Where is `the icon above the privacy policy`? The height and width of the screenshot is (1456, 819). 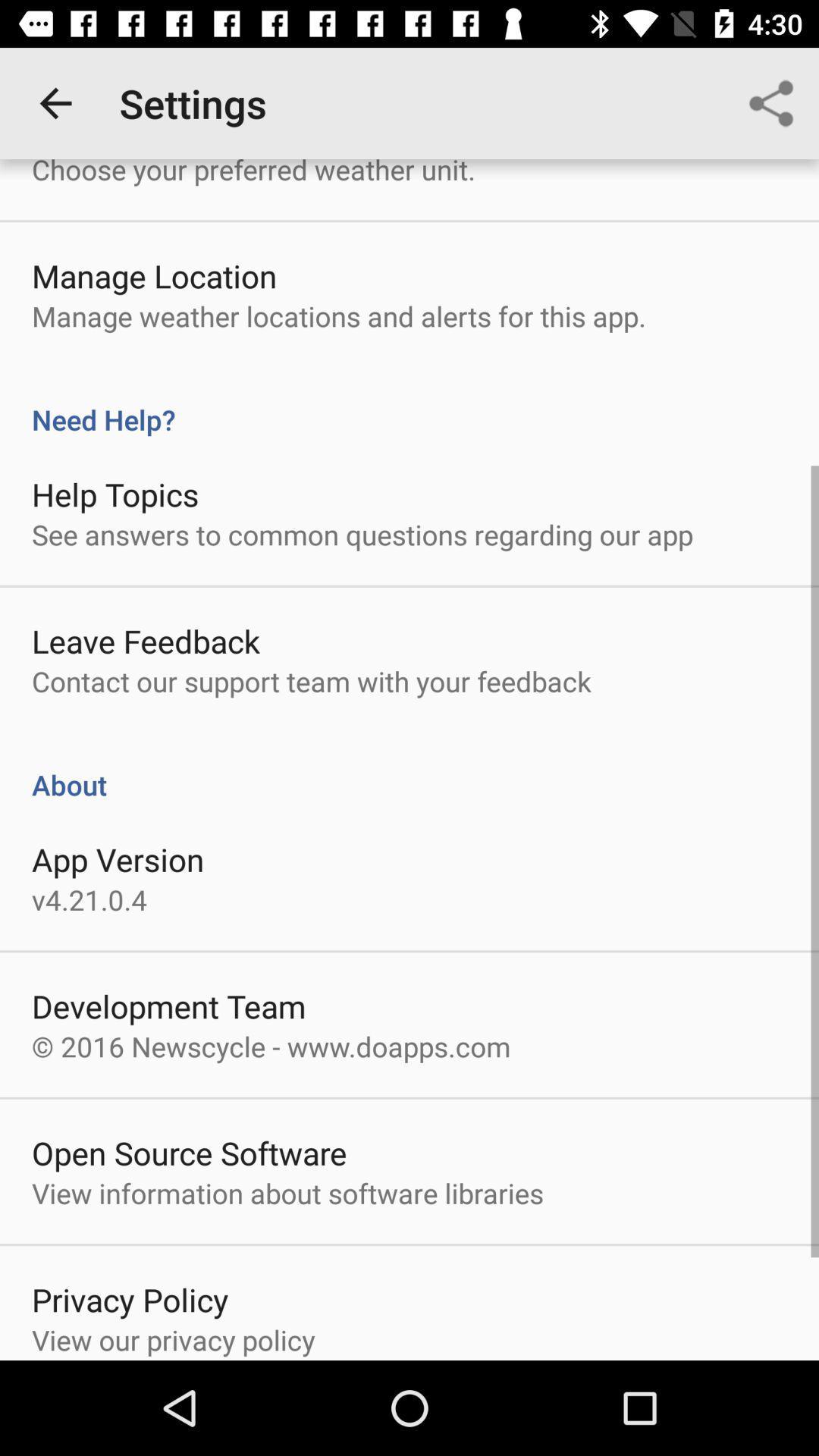 the icon above the privacy policy is located at coordinates (287, 1192).